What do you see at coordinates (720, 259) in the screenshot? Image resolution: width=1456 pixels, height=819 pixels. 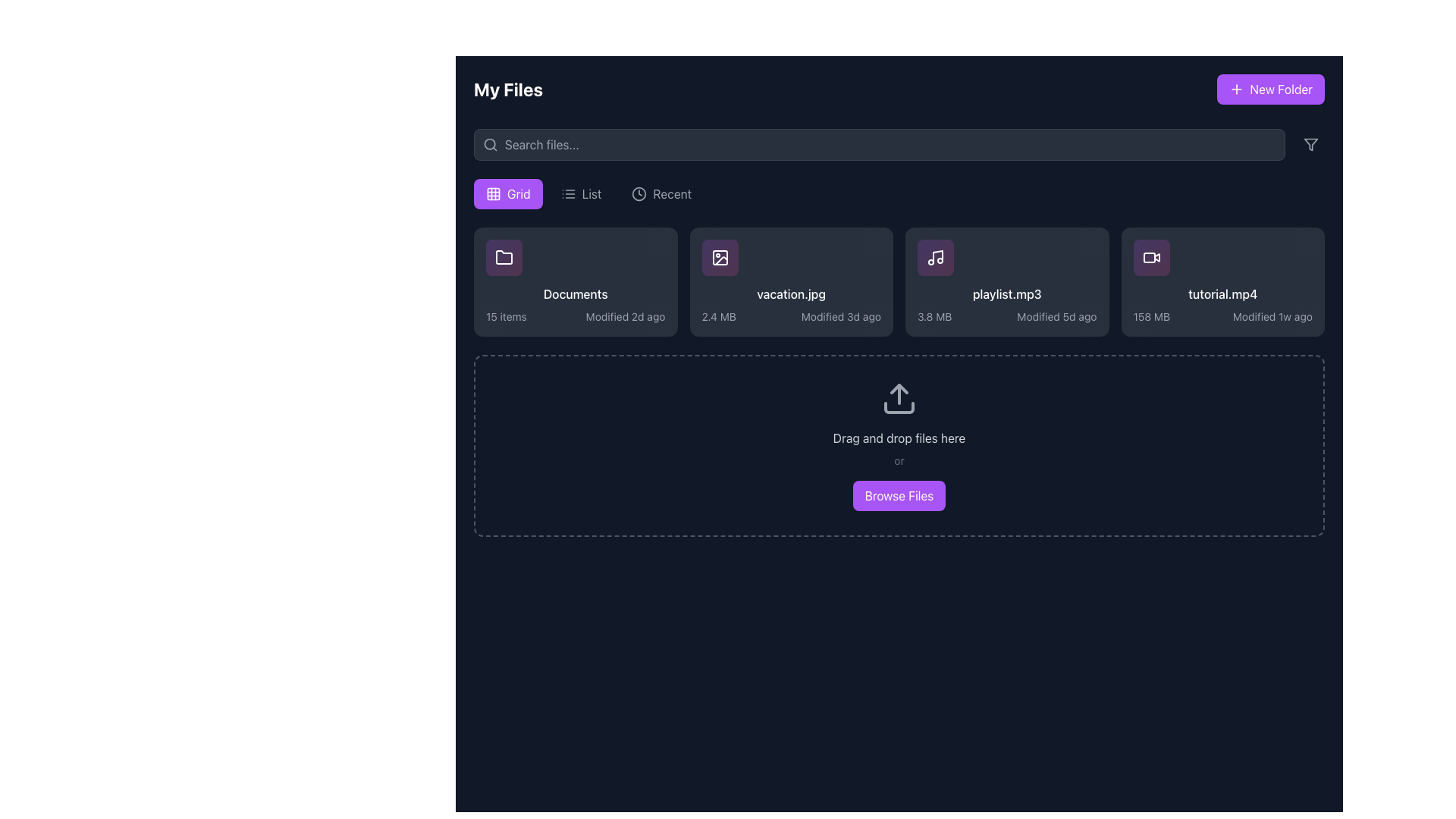 I see `the mountain outline icon representing image or photography located in the second item group of the interface` at bounding box center [720, 259].